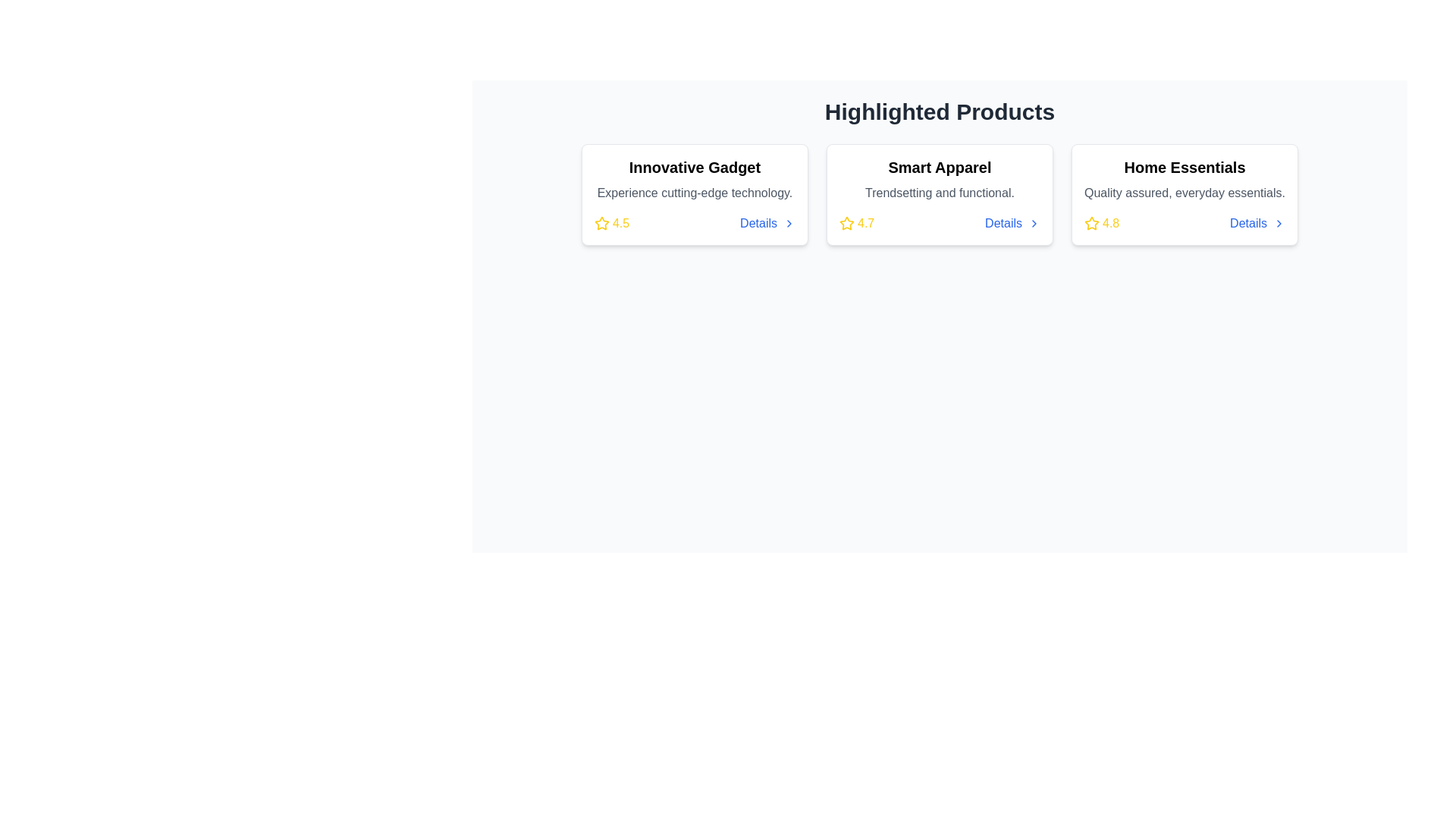  Describe the element at coordinates (694, 223) in the screenshot. I see `the rating score and details link element located at the bottom-right of the 'Innovative Gadget' card` at that location.